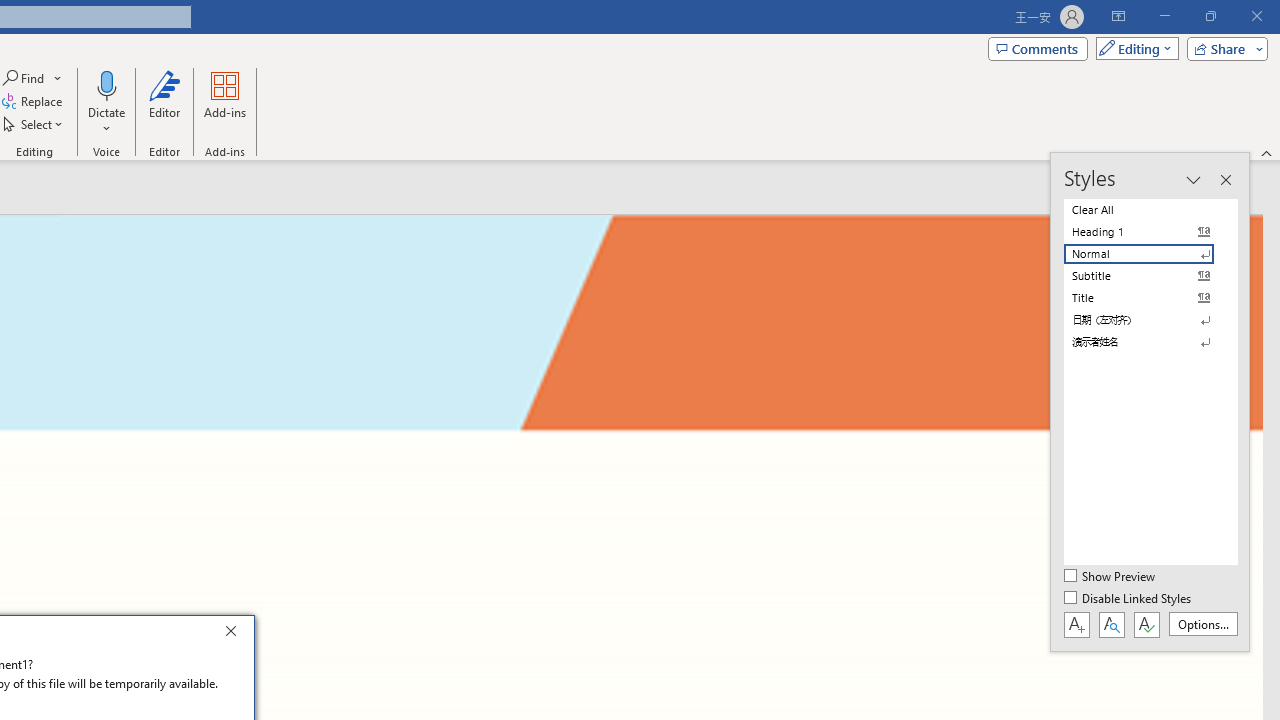 The height and width of the screenshot is (720, 1280). What do you see at coordinates (1038, 47) in the screenshot?
I see `'Comments'` at bounding box center [1038, 47].